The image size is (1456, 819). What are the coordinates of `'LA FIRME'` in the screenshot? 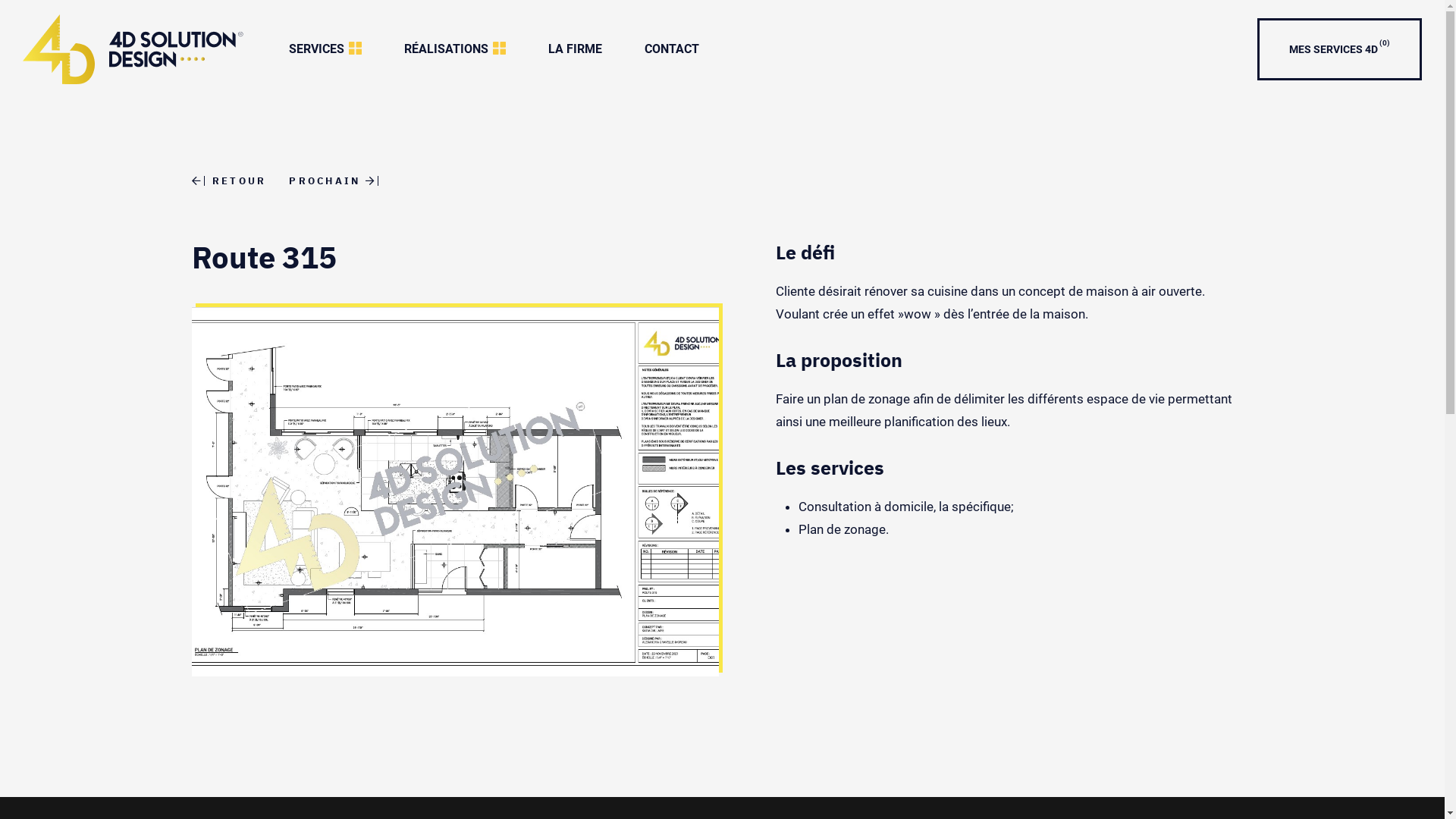 It's located at (527, 48).